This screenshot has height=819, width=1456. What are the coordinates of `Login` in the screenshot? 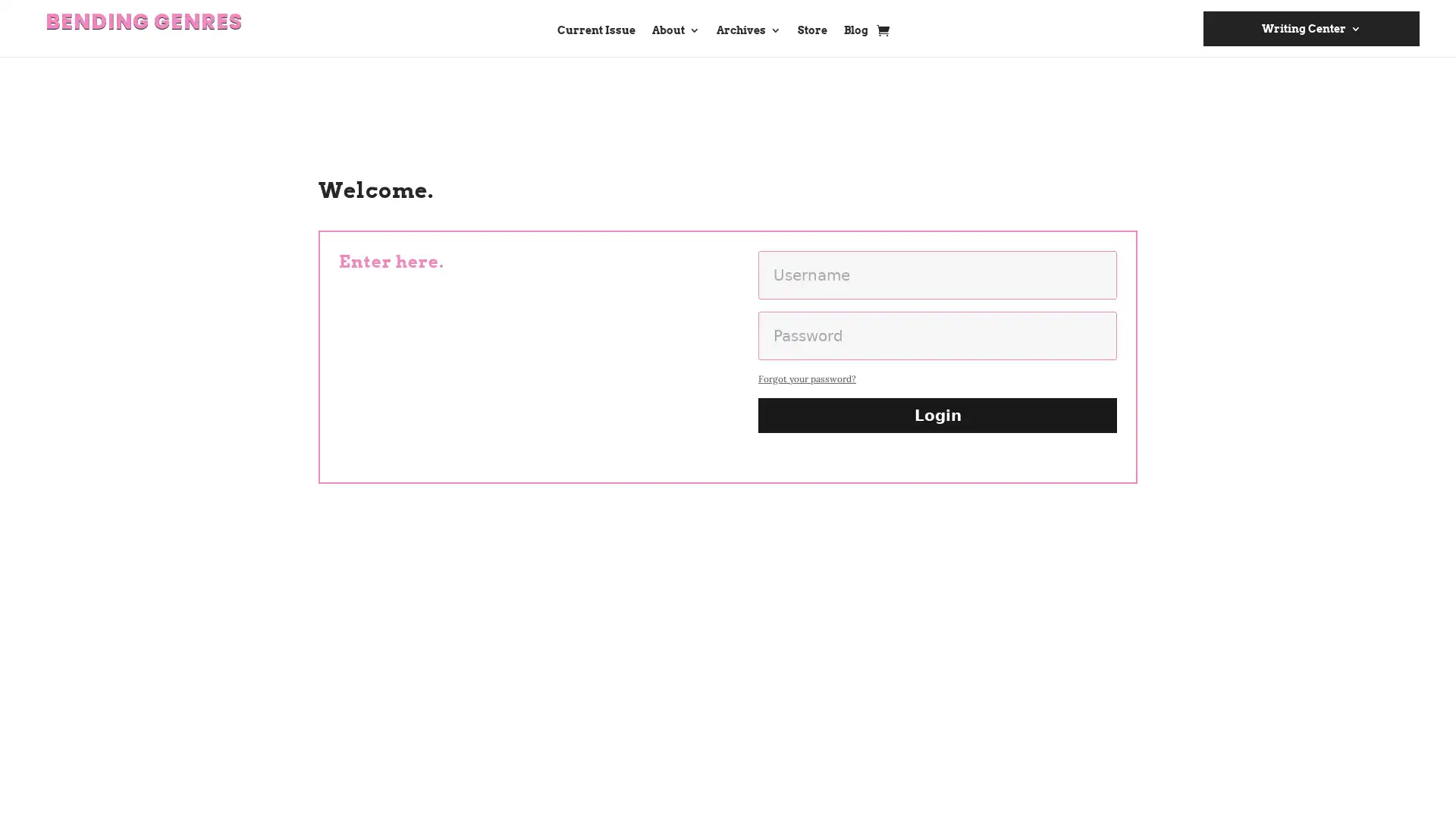 It's located at (937, 415).